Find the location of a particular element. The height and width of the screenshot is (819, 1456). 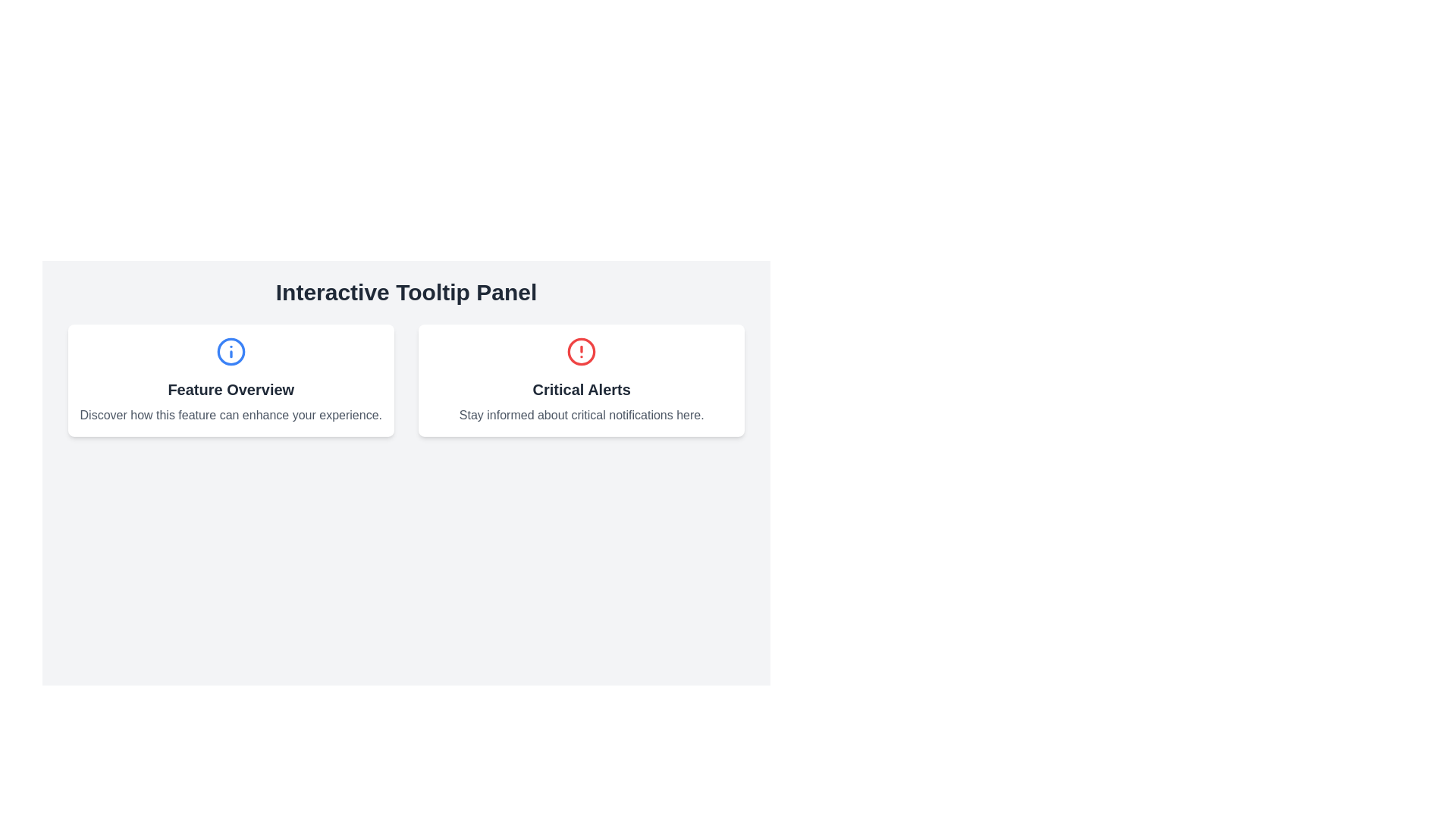

the header text element labeled 'Interactive Tooltip Panel', which is styled in a large bold font and centered at the top of the section is located at coordinates (406, 292).